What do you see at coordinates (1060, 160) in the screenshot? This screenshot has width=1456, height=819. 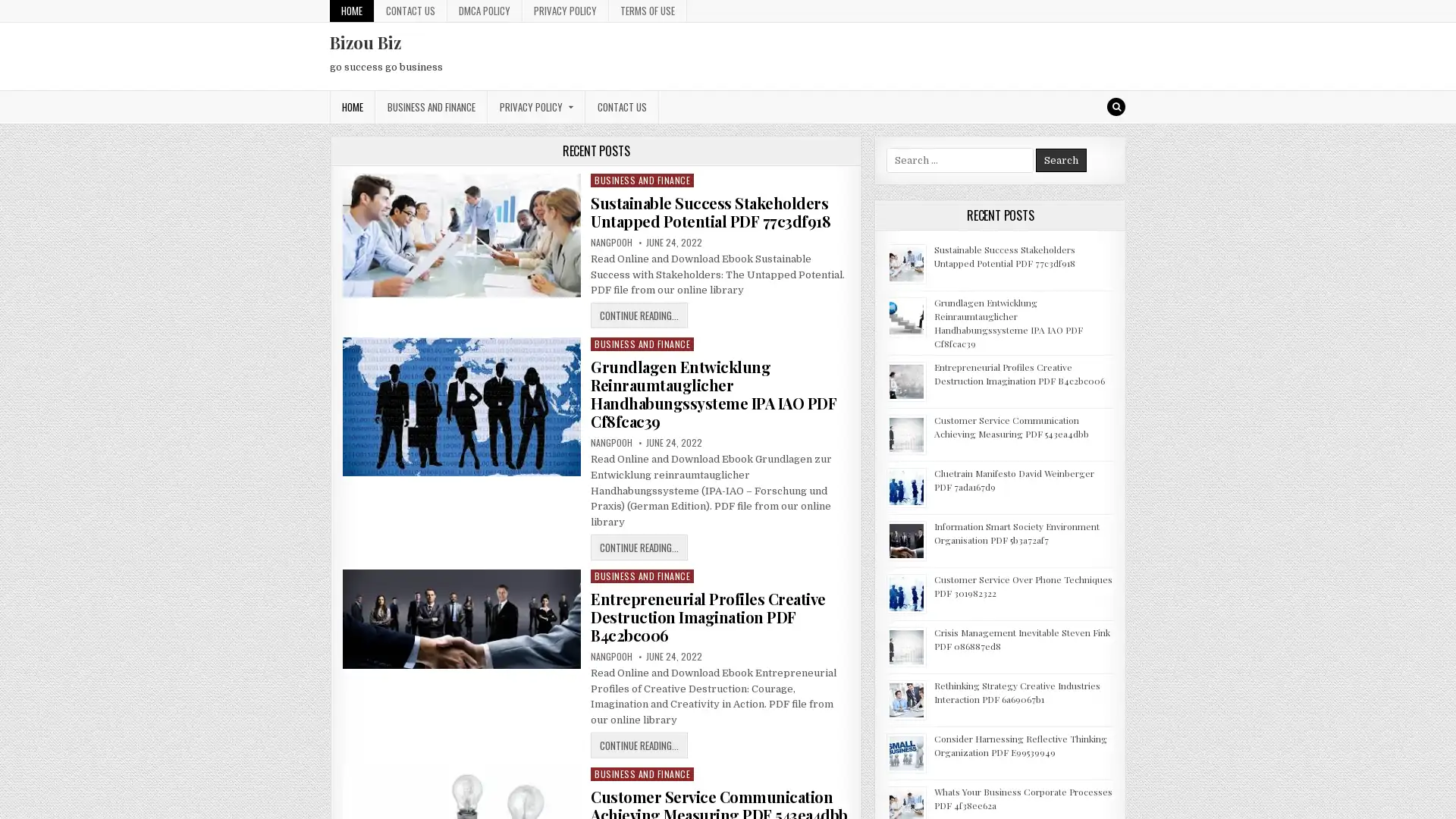 I see `Search` at bounding box center [1060, 160].